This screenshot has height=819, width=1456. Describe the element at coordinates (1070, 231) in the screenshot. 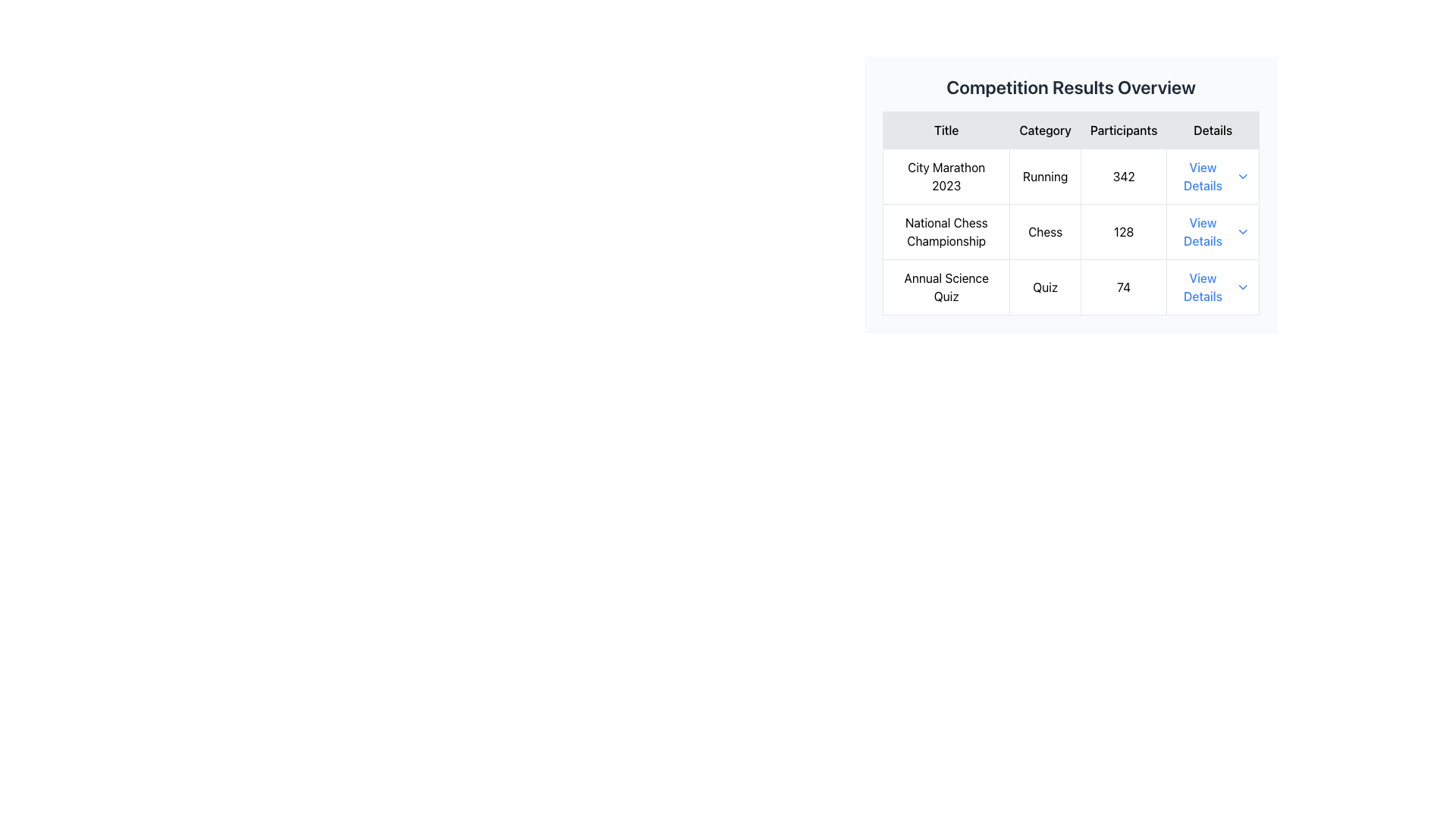

I see `the second row of the table that presents detailed information about a specific event, including title, category, participants, and details` at that location.